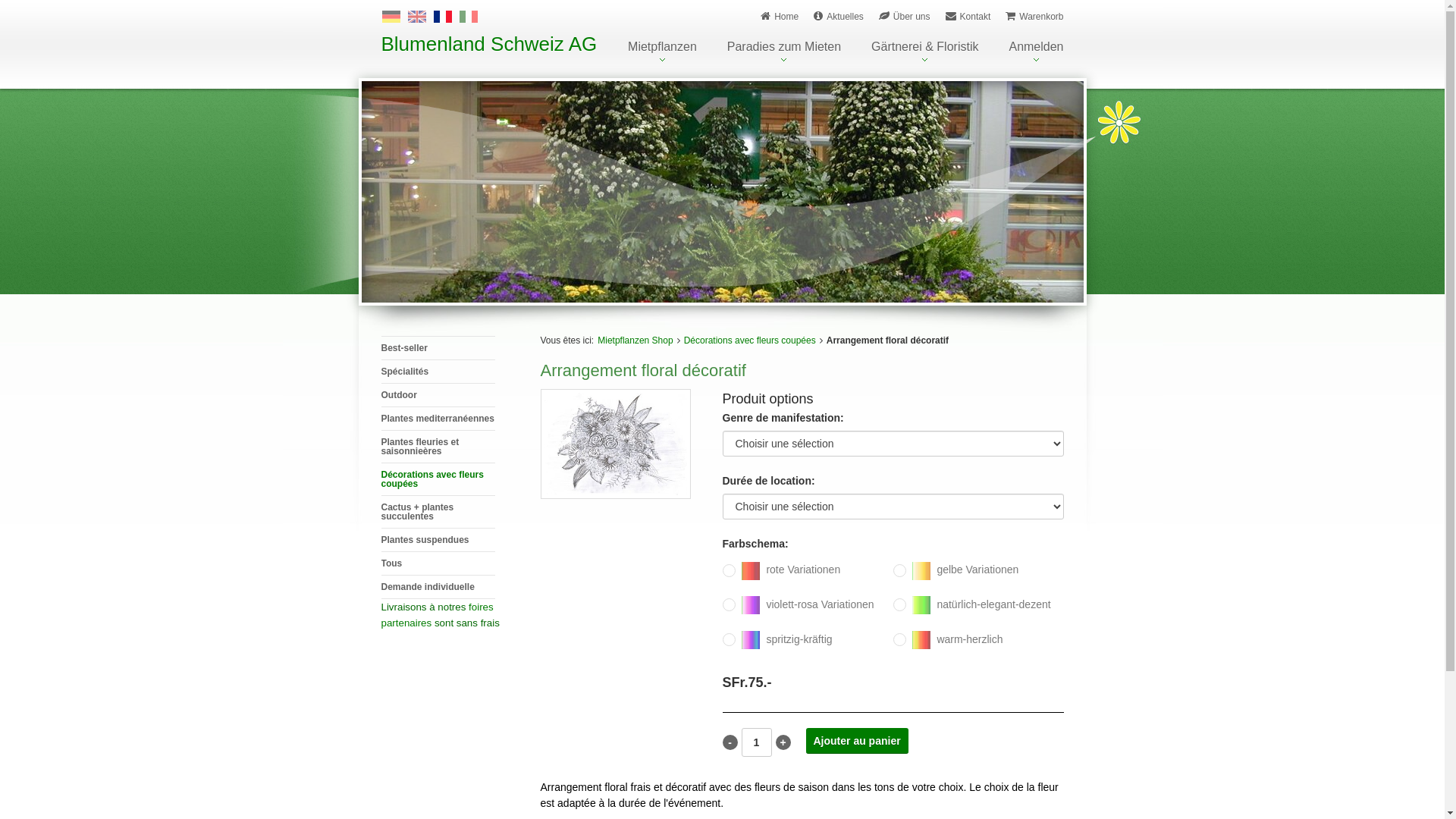  Describe the element at coordinates (1035, 51) in the screenshot. I see `'Anmelden'` at that location.